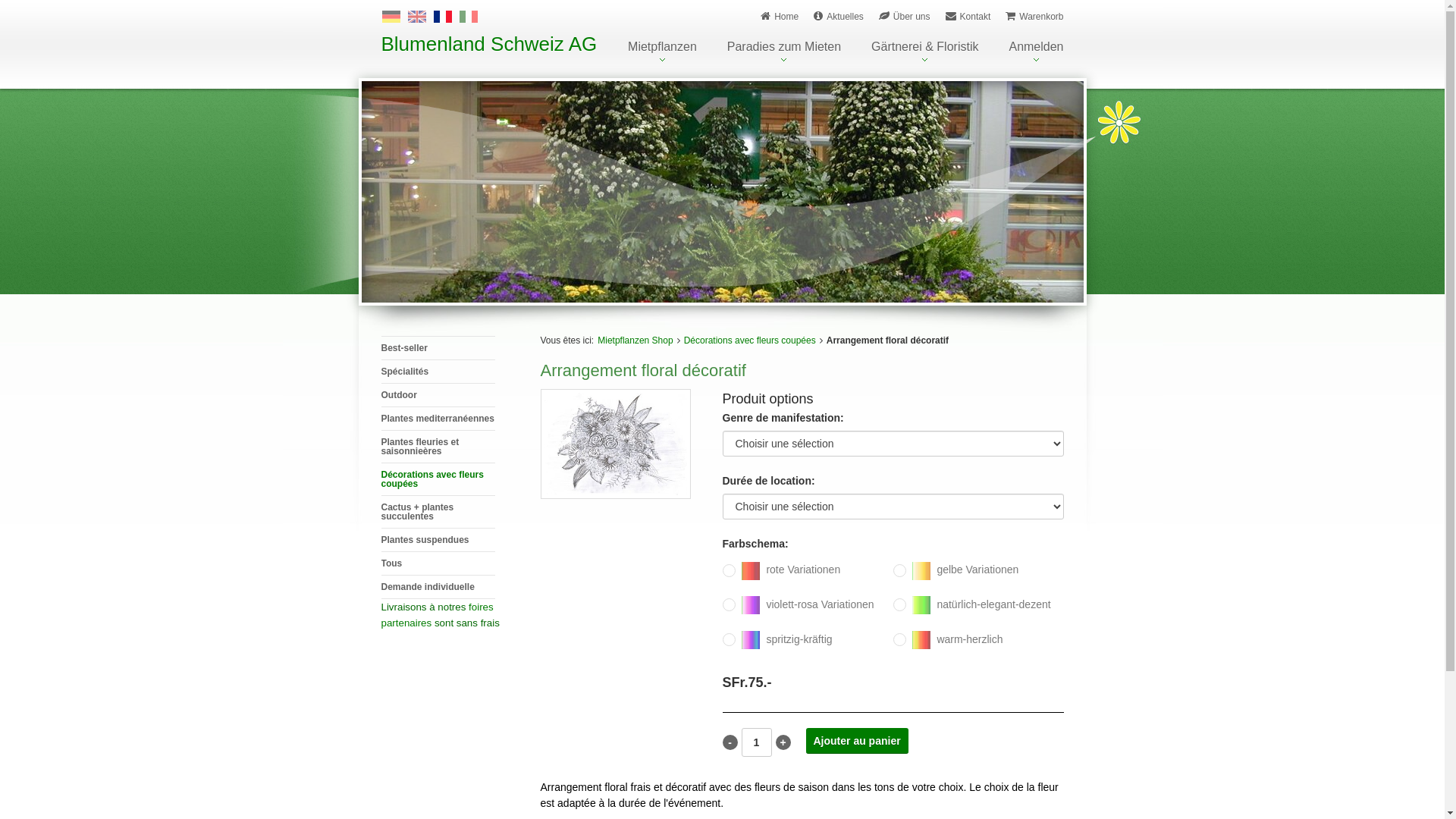  Describe the element at coordinates (1035, 51) in the screenshot. I see `'Anmelden'` at that location.